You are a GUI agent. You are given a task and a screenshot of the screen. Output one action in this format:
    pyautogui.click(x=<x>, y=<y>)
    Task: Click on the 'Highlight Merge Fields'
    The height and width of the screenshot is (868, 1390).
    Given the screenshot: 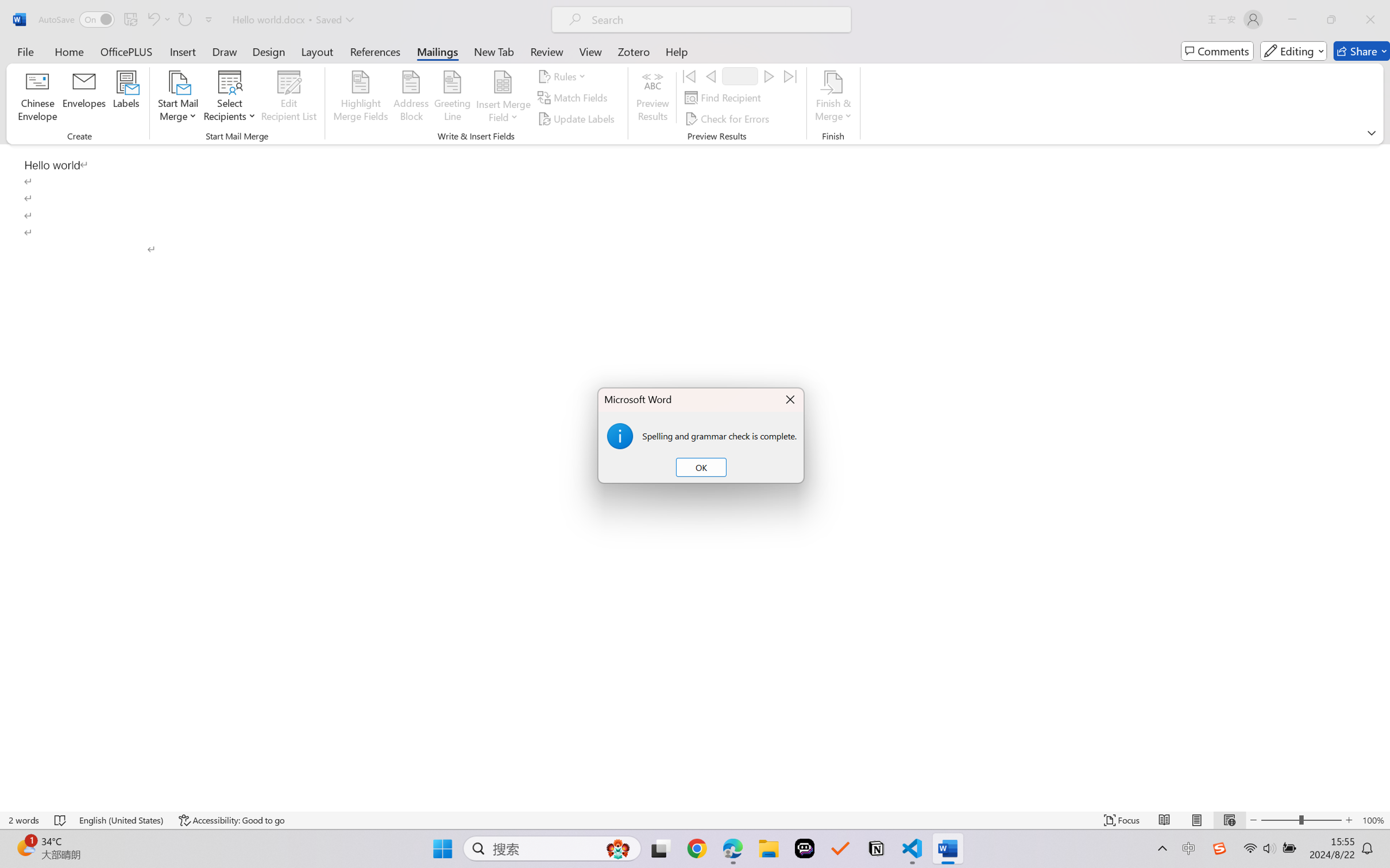 What is the action you would take?
    pyautogui.click(x=361, y=98)
    